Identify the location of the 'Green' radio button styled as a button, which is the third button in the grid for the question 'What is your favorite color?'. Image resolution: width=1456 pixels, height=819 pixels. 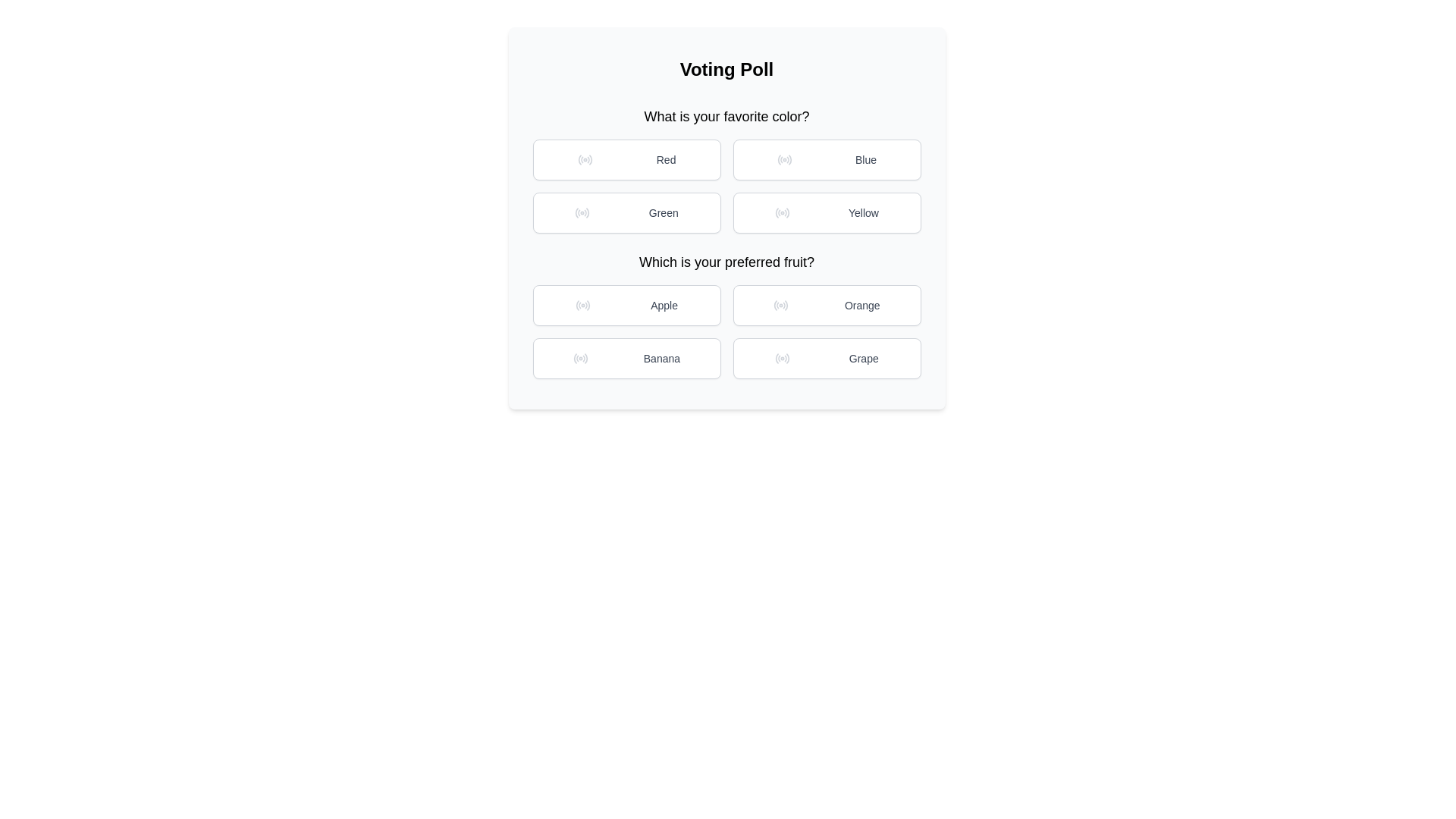
(626, 213).